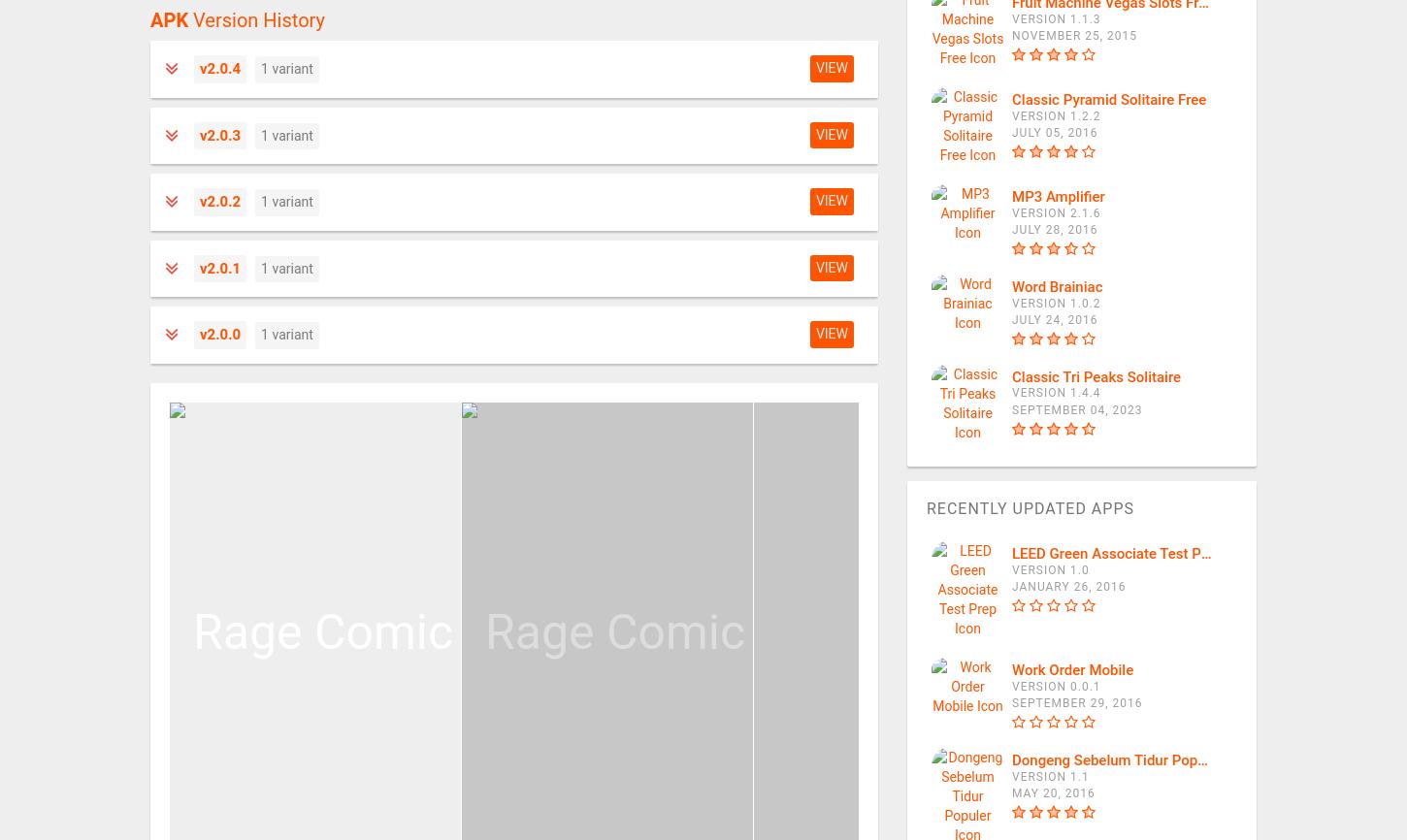 The width and height of the screenshot is (1407, 840). Describe the element at coordinates (149, 19) in the screenshot. I see `'APK'` at that location.